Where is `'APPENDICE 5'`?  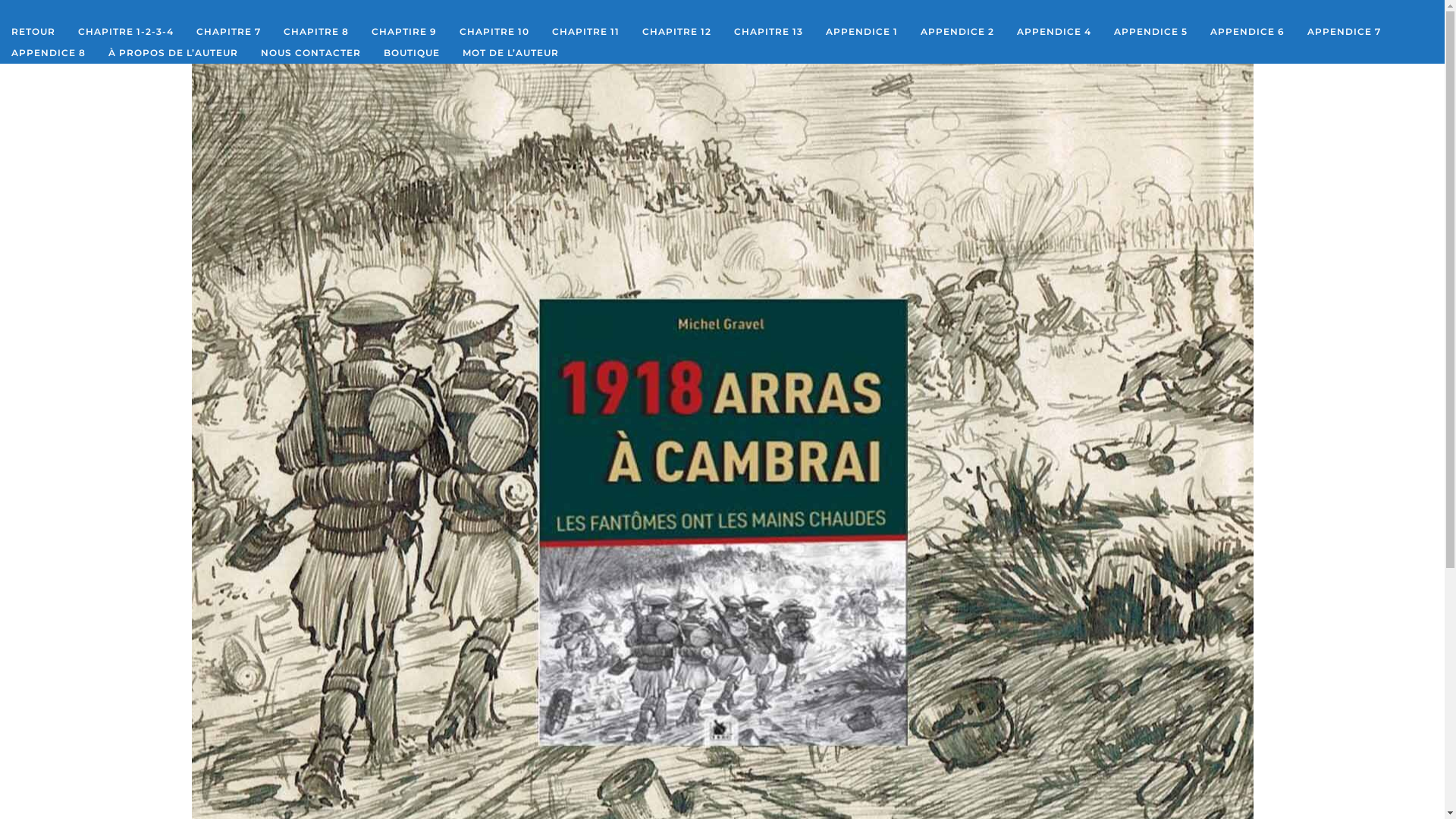
'APPENDICE 5' is located at coordinates (1150, 32).